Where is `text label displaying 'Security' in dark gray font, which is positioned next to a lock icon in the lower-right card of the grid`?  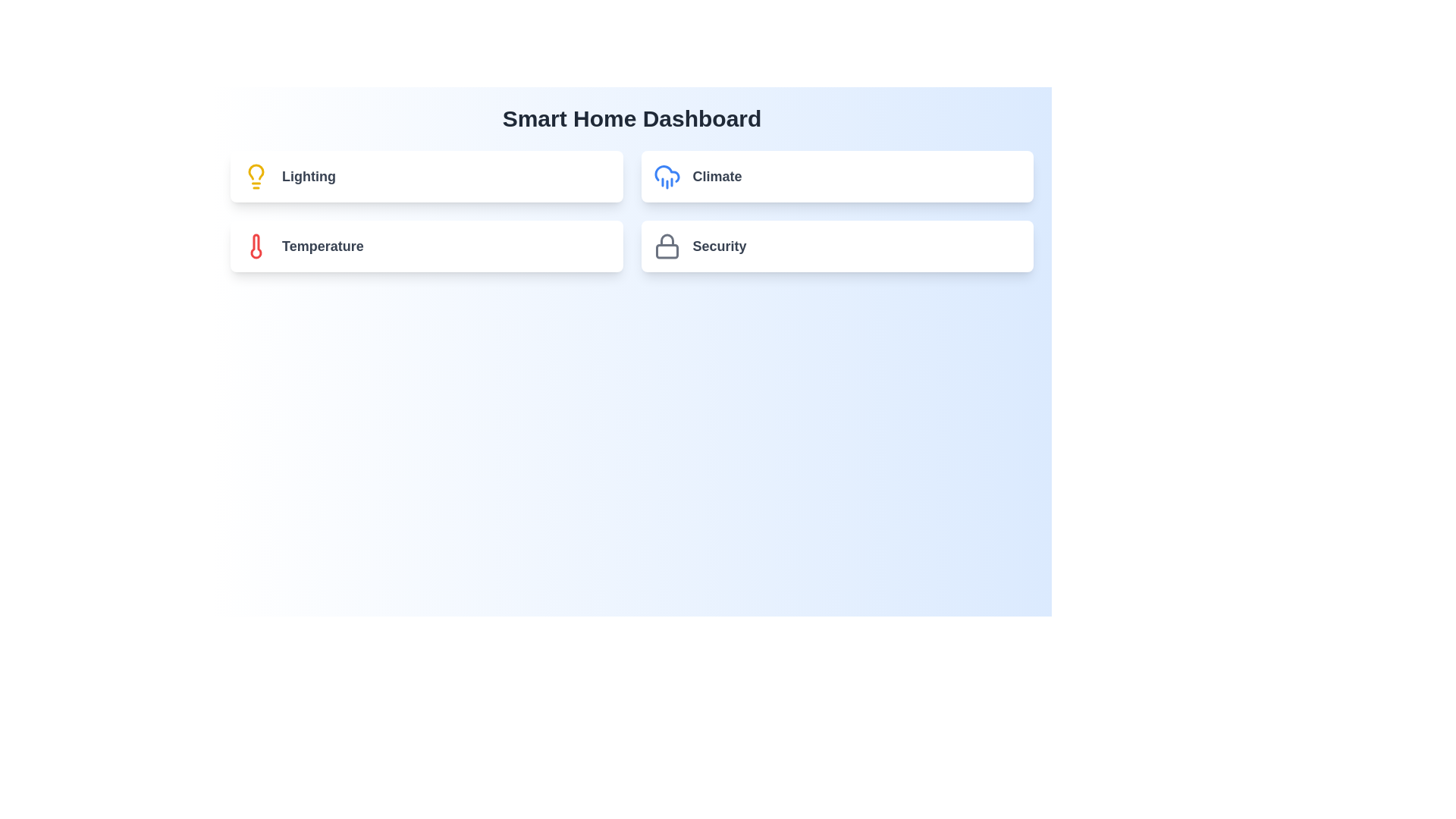
text label displaying 'Security' in dark gray font, which is positioned next to a lock icon in the lower-right card of the grid is located at coordinates (719, 245).